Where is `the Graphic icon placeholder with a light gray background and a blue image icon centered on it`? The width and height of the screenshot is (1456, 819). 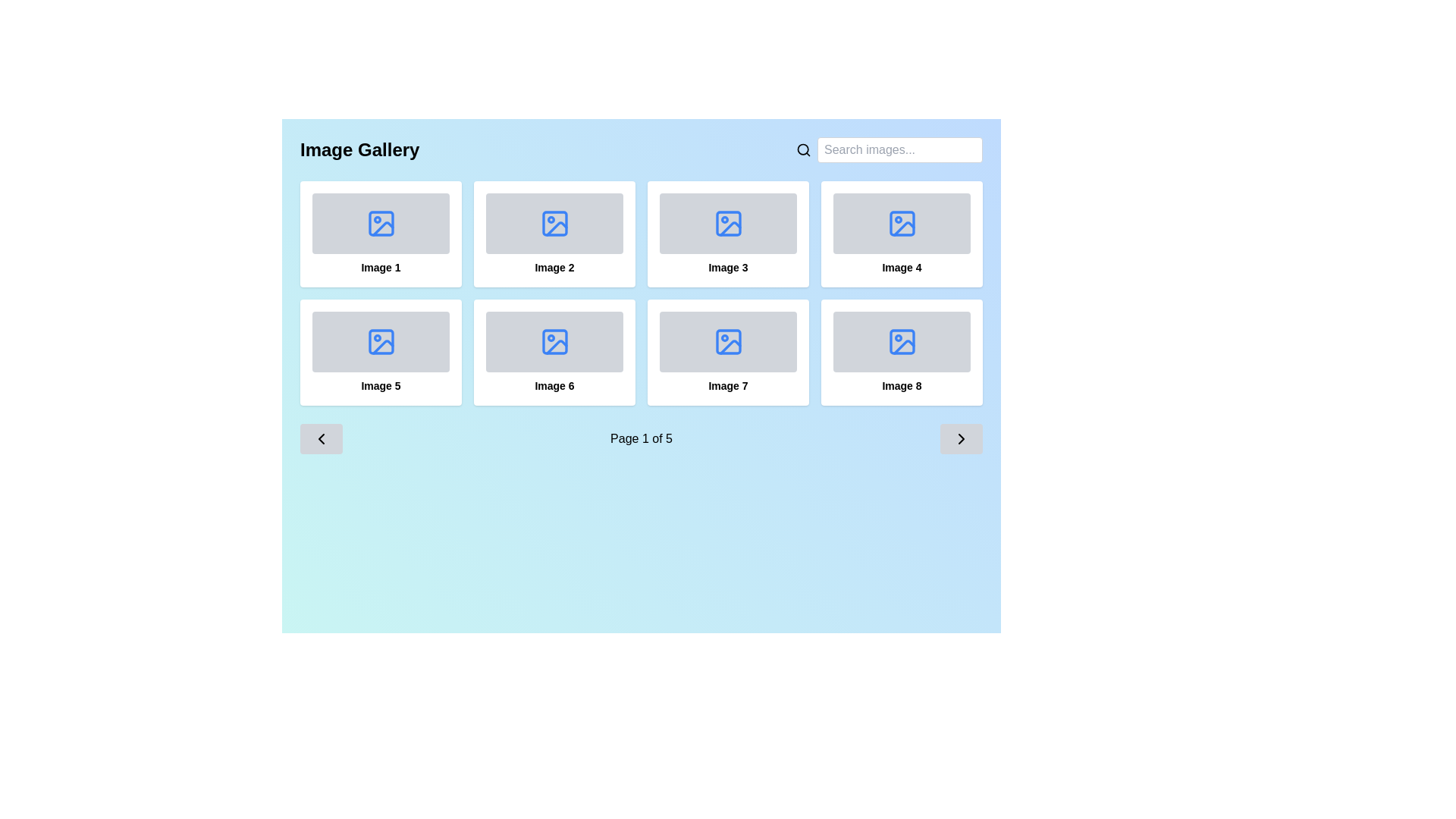
the Graphic icon placeholder with a light gray background and a blue image icon centered on it is located at coordinates (728, 342).